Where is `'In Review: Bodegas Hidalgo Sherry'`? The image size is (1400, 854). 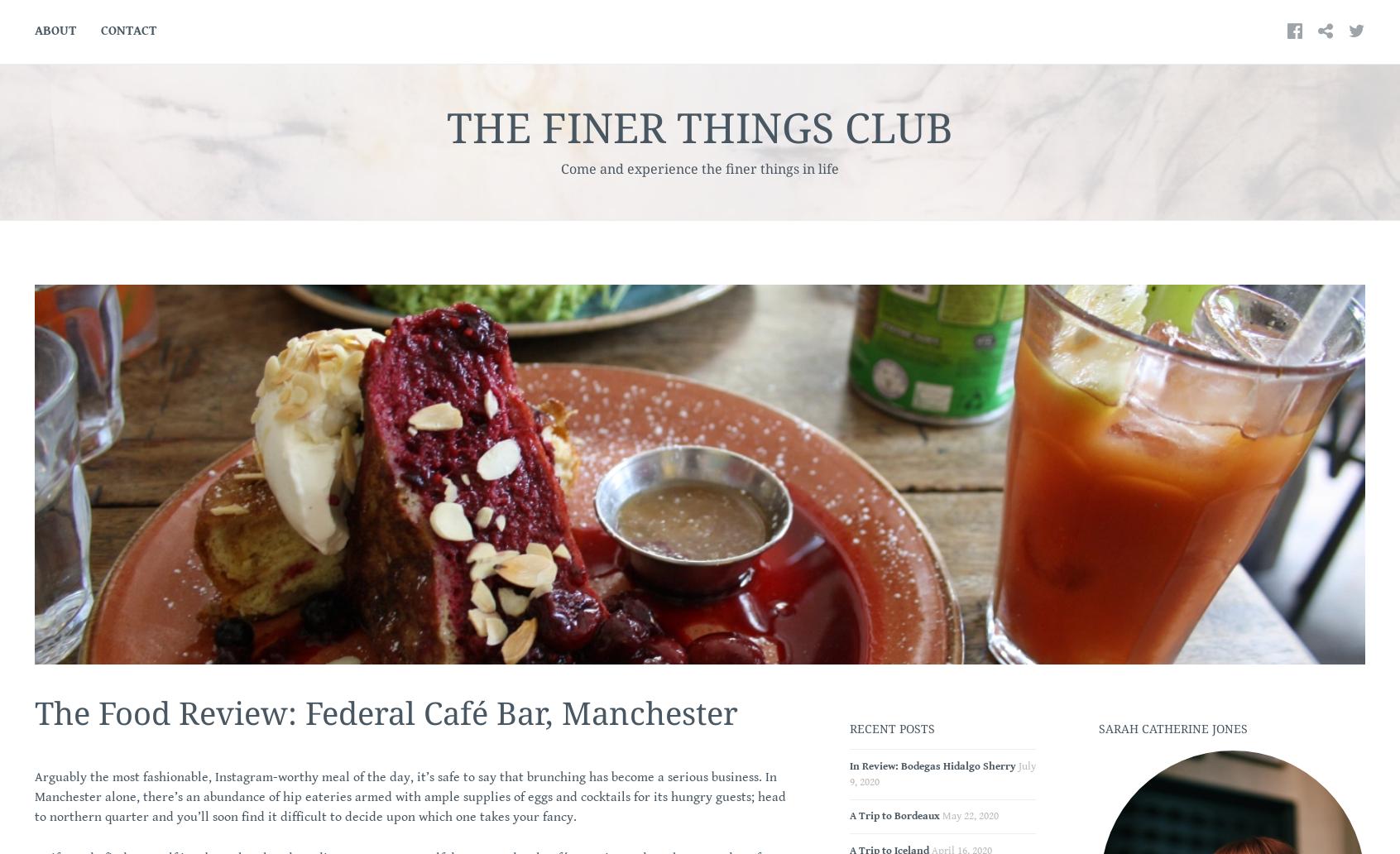 'In Review: Bodegas Hidalgo Sherry' is located at coordinates (932, 765).